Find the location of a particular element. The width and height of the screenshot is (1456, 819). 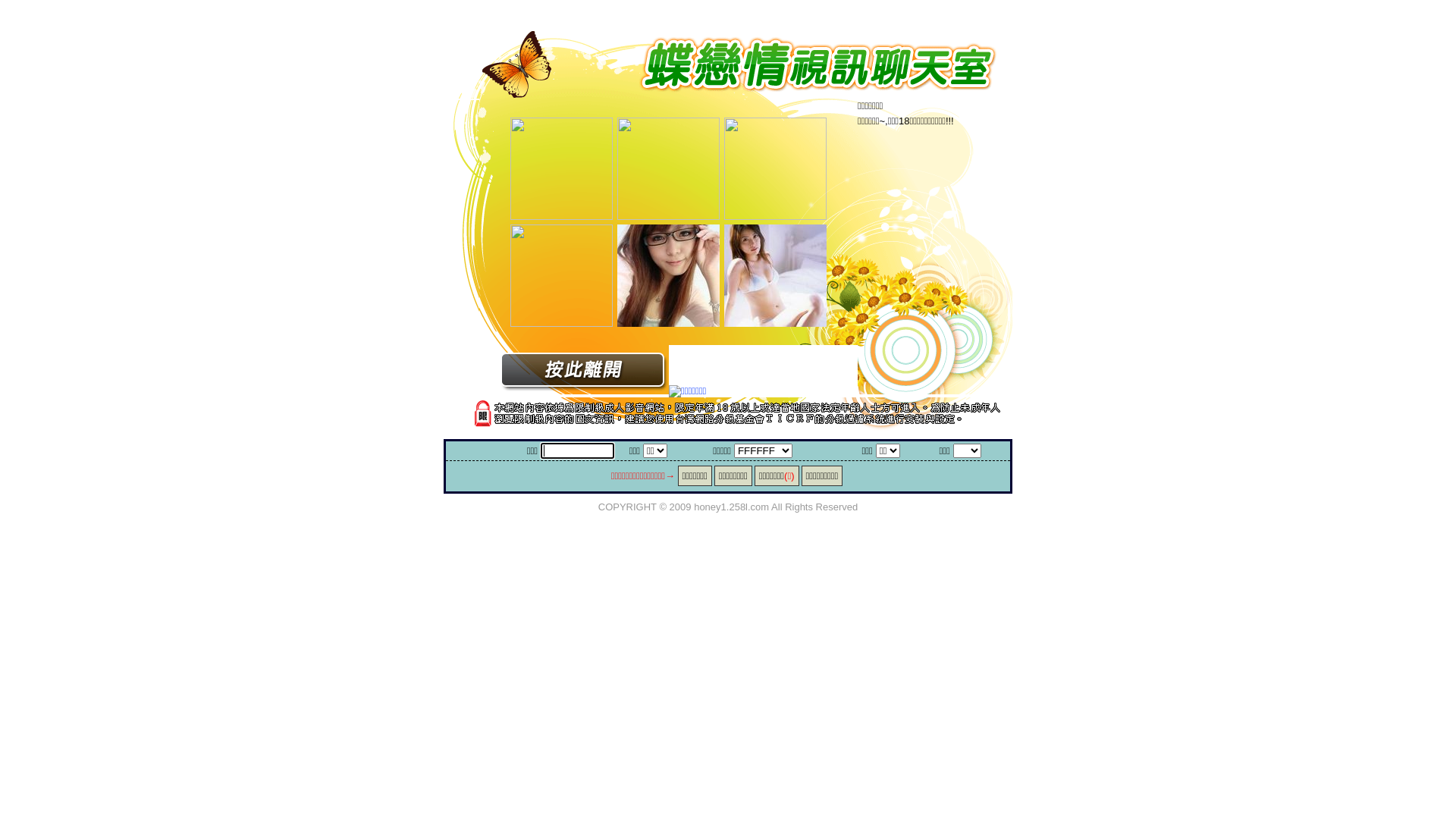

'honey1.258l.com' is located at coordinates (731, 506).